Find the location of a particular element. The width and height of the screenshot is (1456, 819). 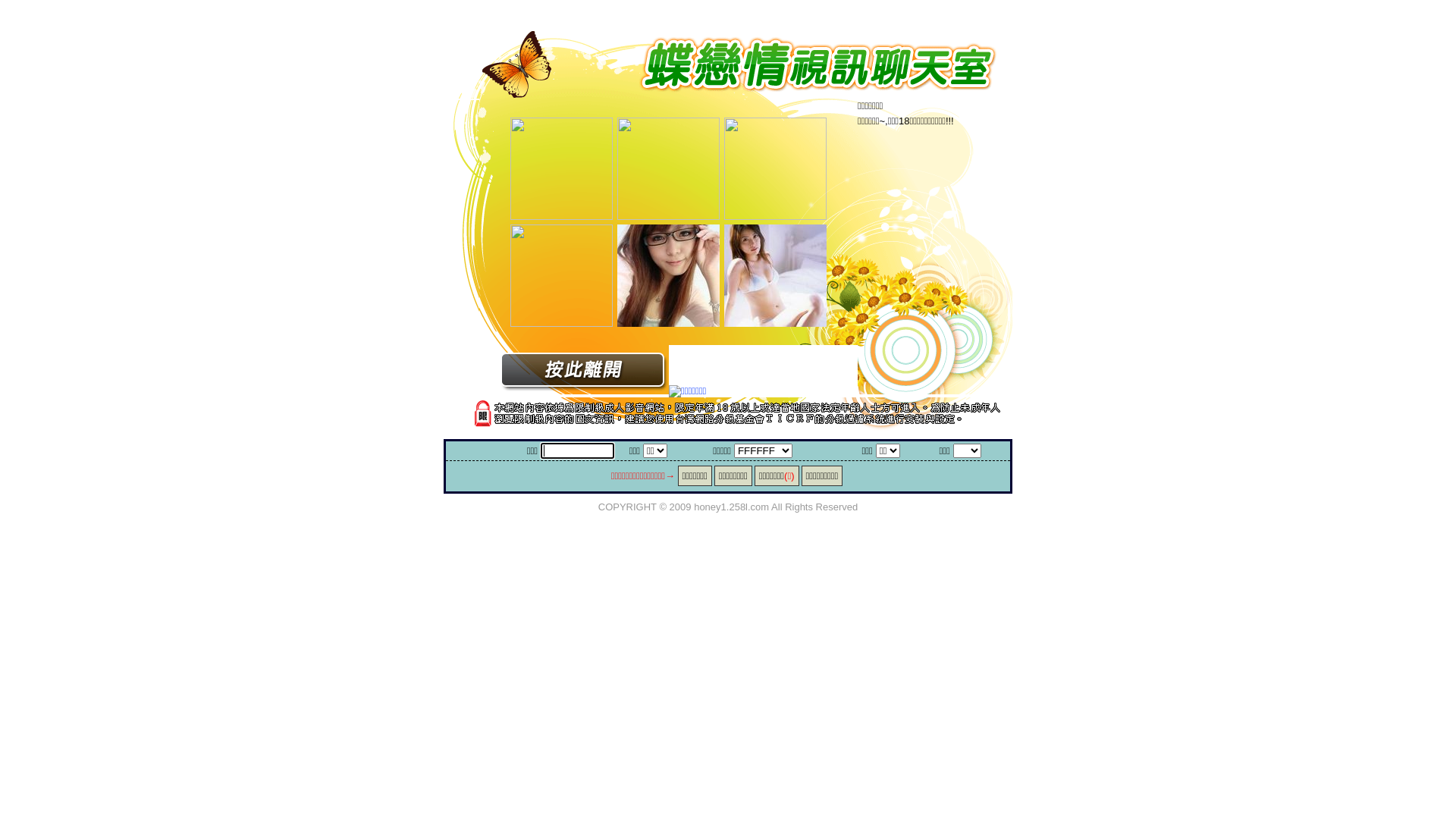

'honey1.258l.com' is located at coordinates (731, 506).